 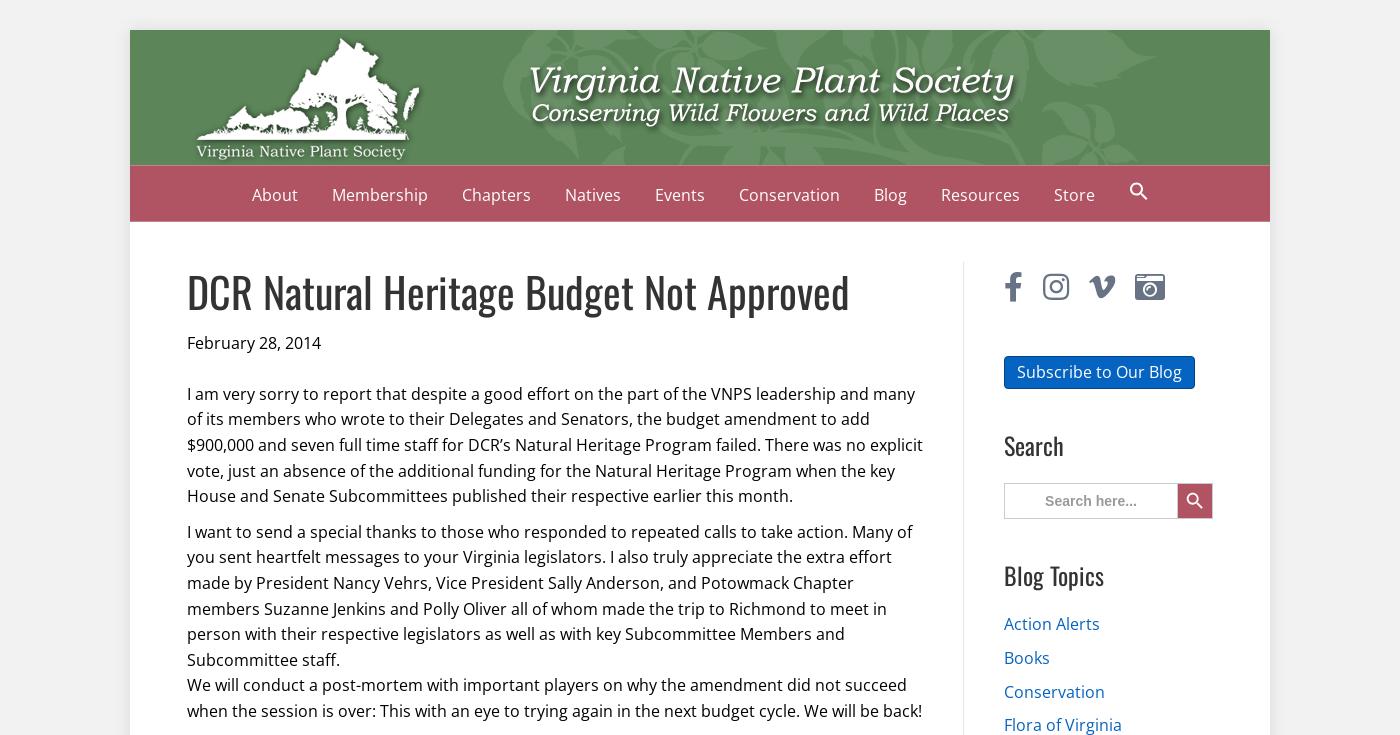 I want to click on 'Books', so click(x=1027, y=656).